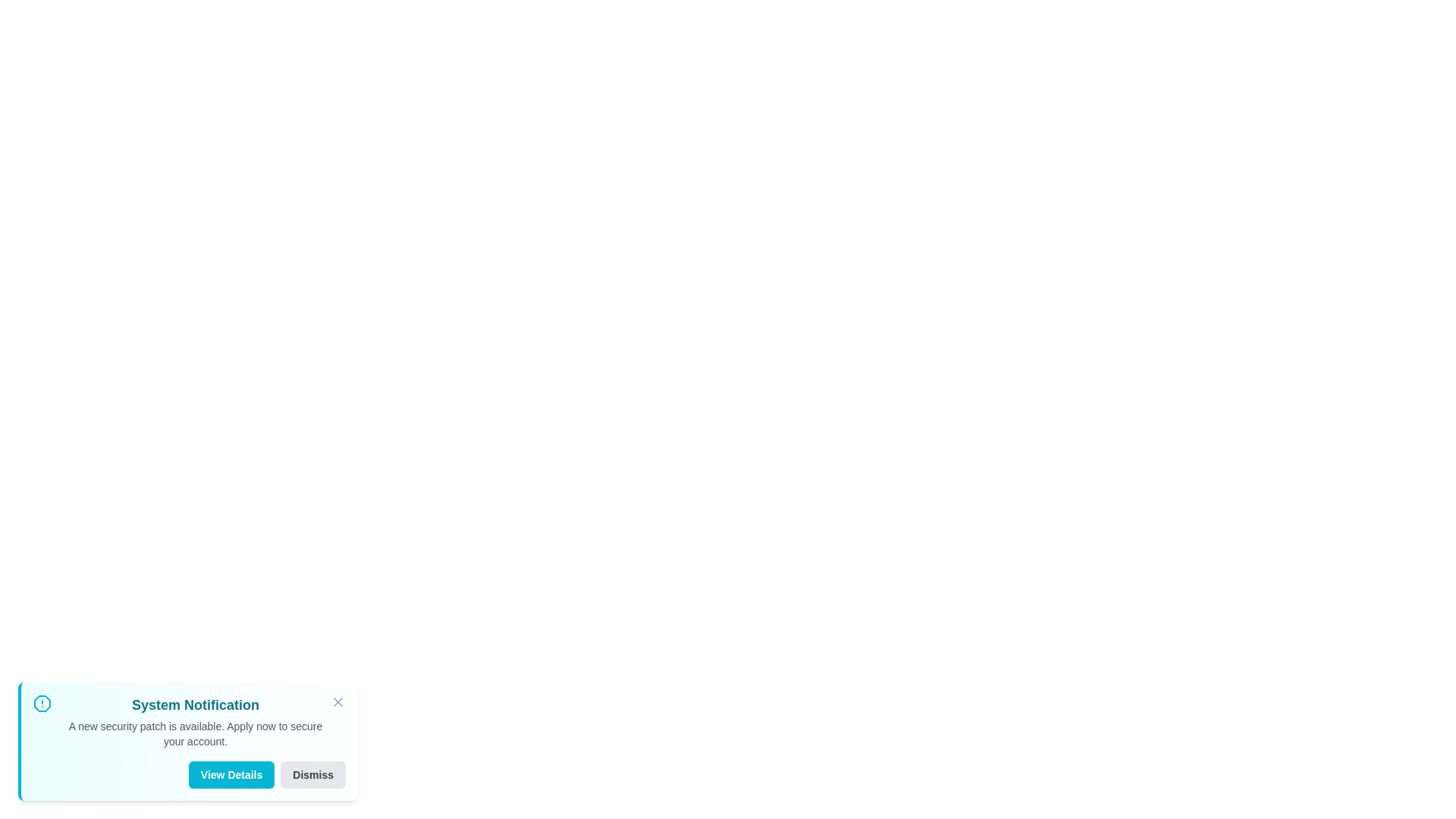  Describe the element at coordinates (42, 704) in the screenshot. I see `the alert icon to inspect its functionality or styling` at that location.